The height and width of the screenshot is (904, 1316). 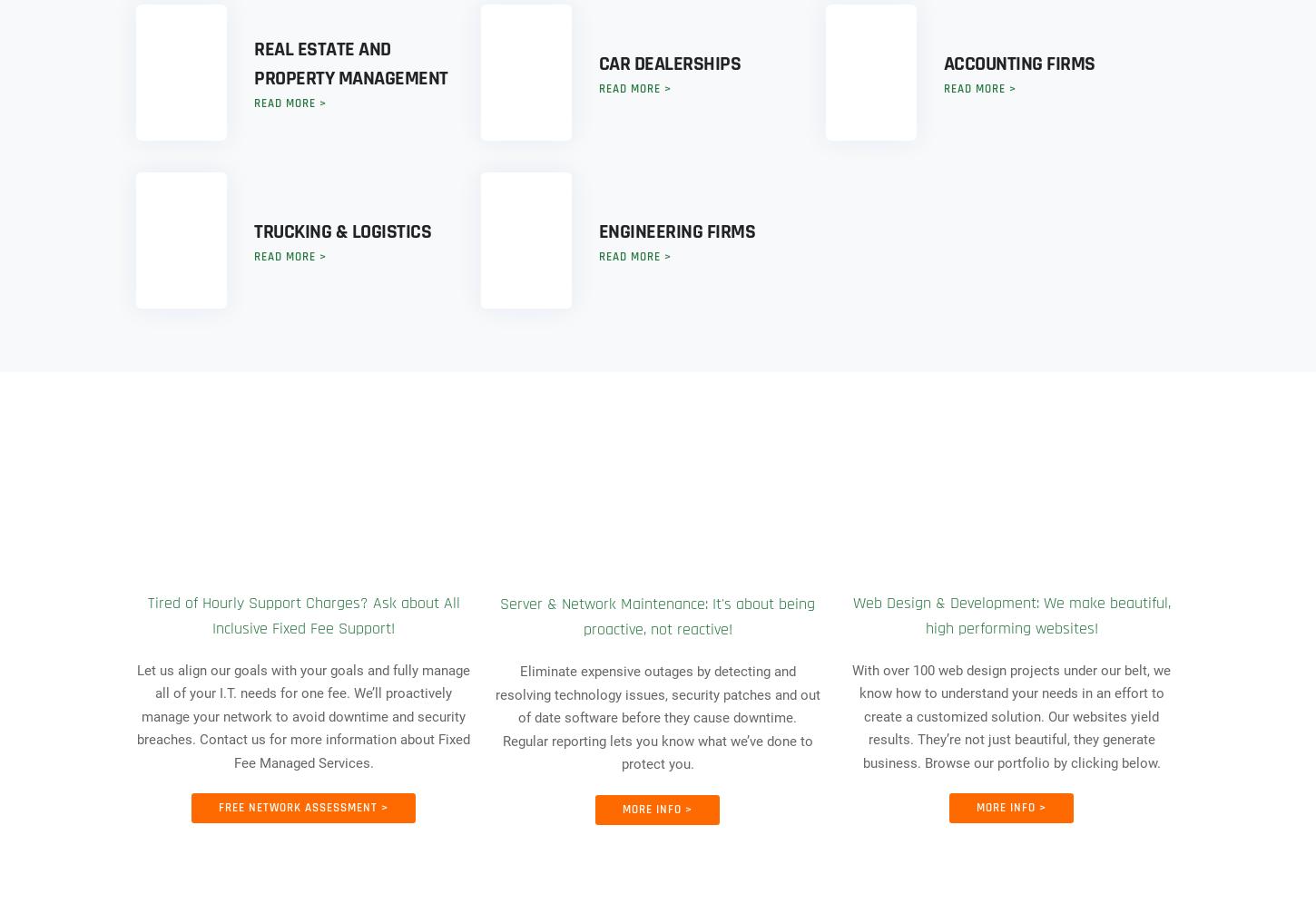 I want to click on 'TRUCKING & LOGISTICS', so click(x=341, y=231).